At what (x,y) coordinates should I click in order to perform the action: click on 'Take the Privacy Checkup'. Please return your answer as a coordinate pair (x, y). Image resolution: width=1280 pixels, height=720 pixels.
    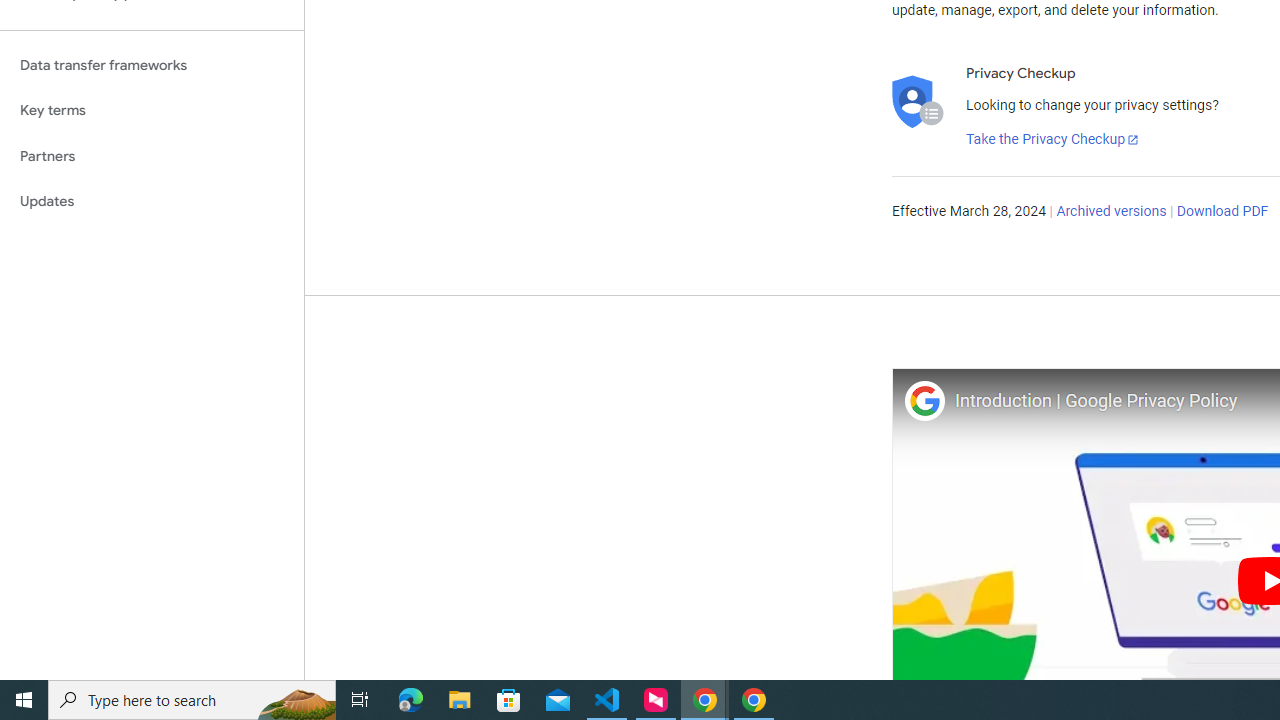
    Looking at the image, I should click on (1052, 139).